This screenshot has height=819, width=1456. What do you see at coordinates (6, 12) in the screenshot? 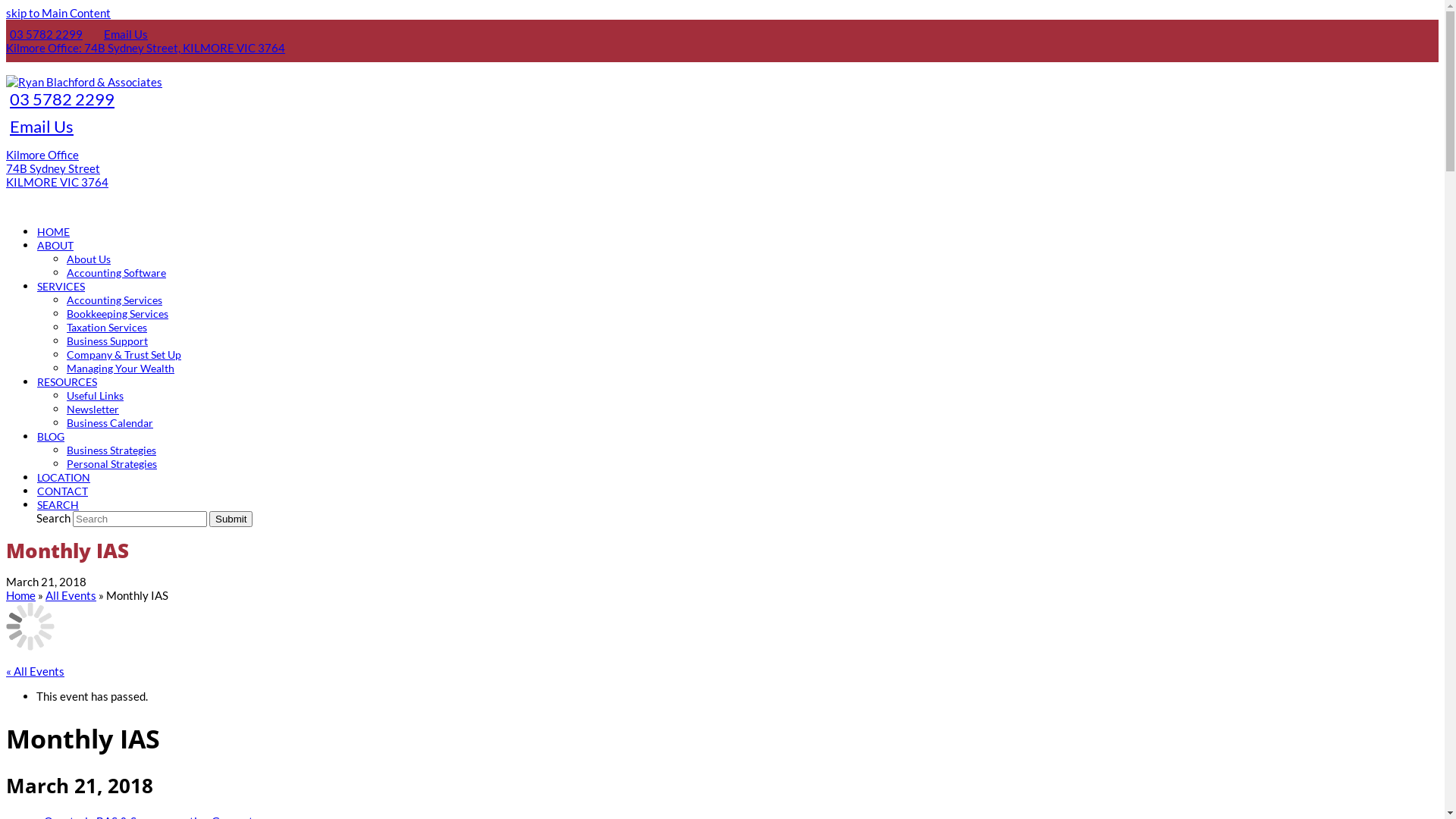
I see `'skip to Main Content'` at bounding box center [6, 12].